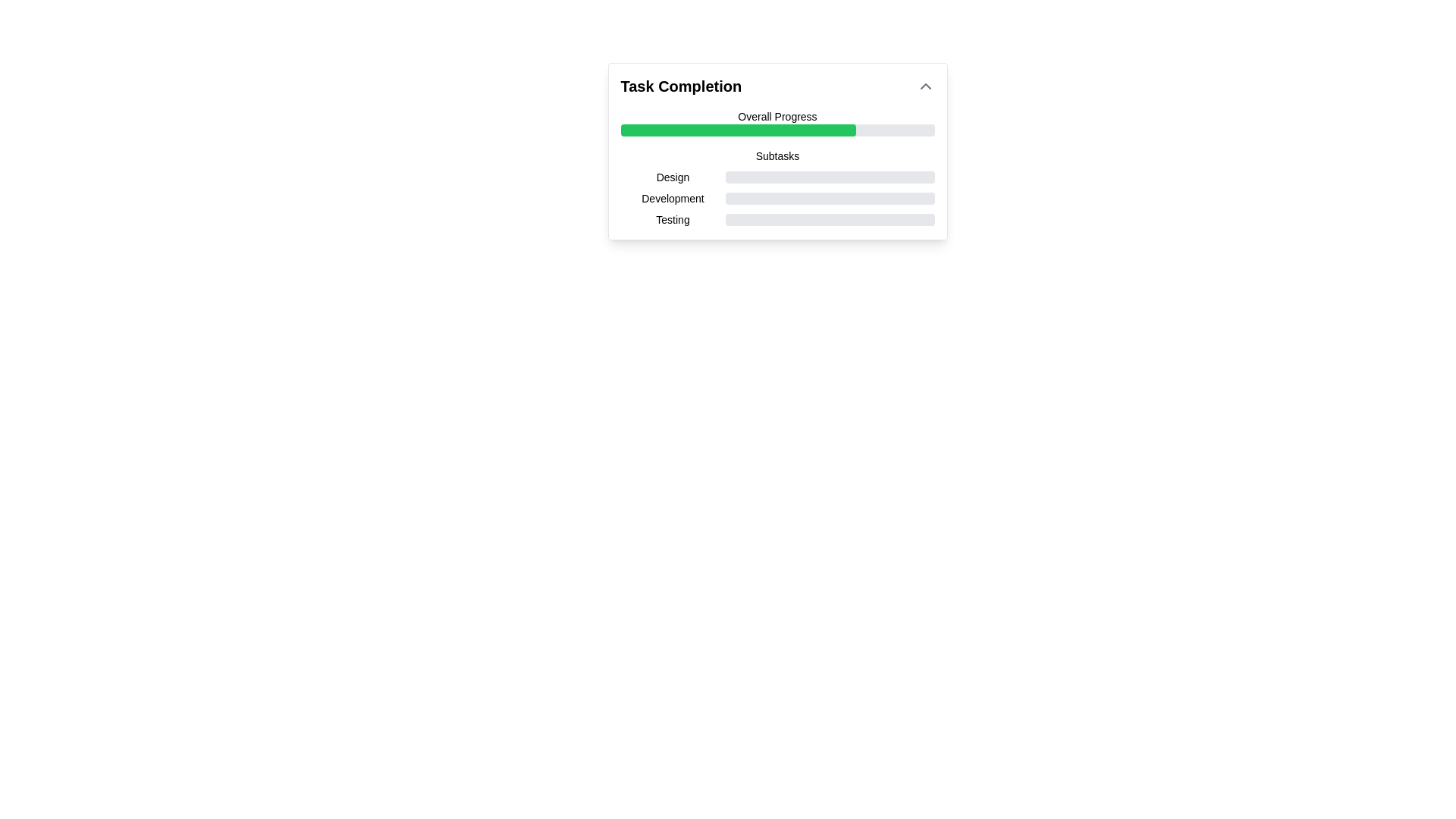  I want to click on the Task progress tracker located under the 'Overall Progress' bar, which displays subtasks 'Design,' 'Development,' and 'Testing' with their respective progress bars, so click(777, 187).